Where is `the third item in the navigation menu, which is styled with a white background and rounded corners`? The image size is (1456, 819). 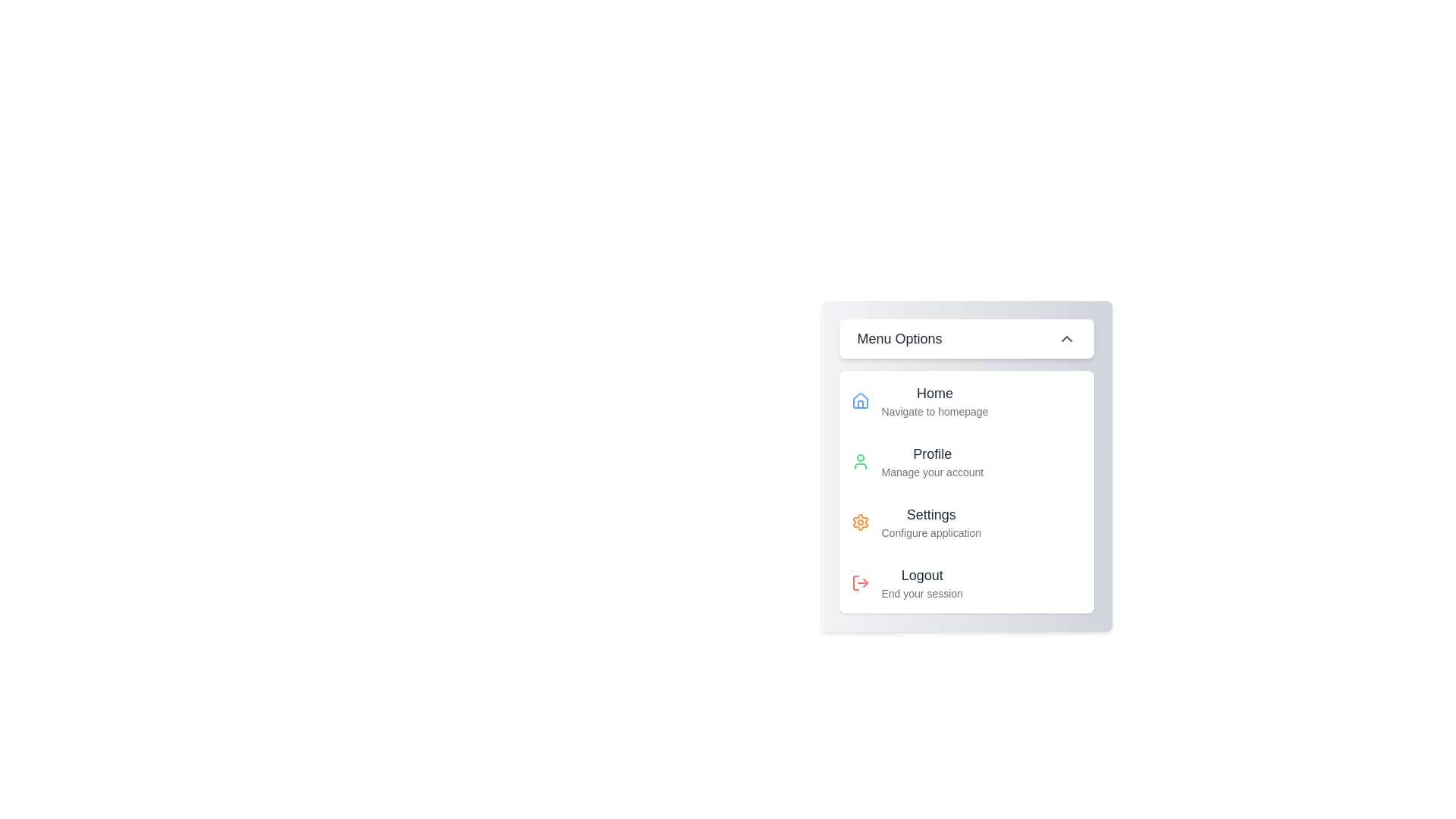
the third item in the navigation menu, which is styled with a white background and rounded corners is located at coordinates (965, 491).